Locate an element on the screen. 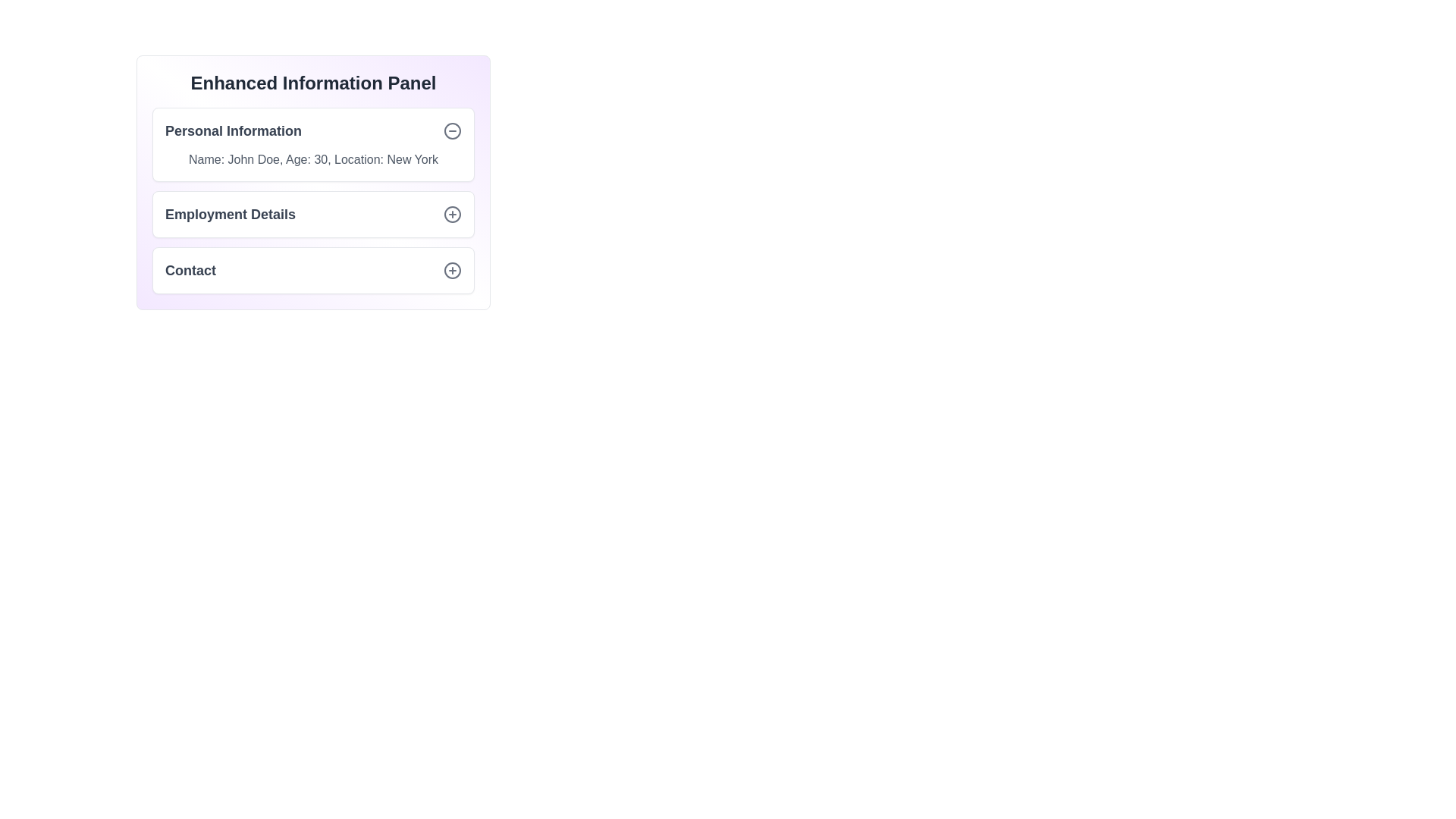 Image resolution: width=1456 pixels, height=819 pixels. the circular icon button with a plus symbol is located at coordinates (451, 214).